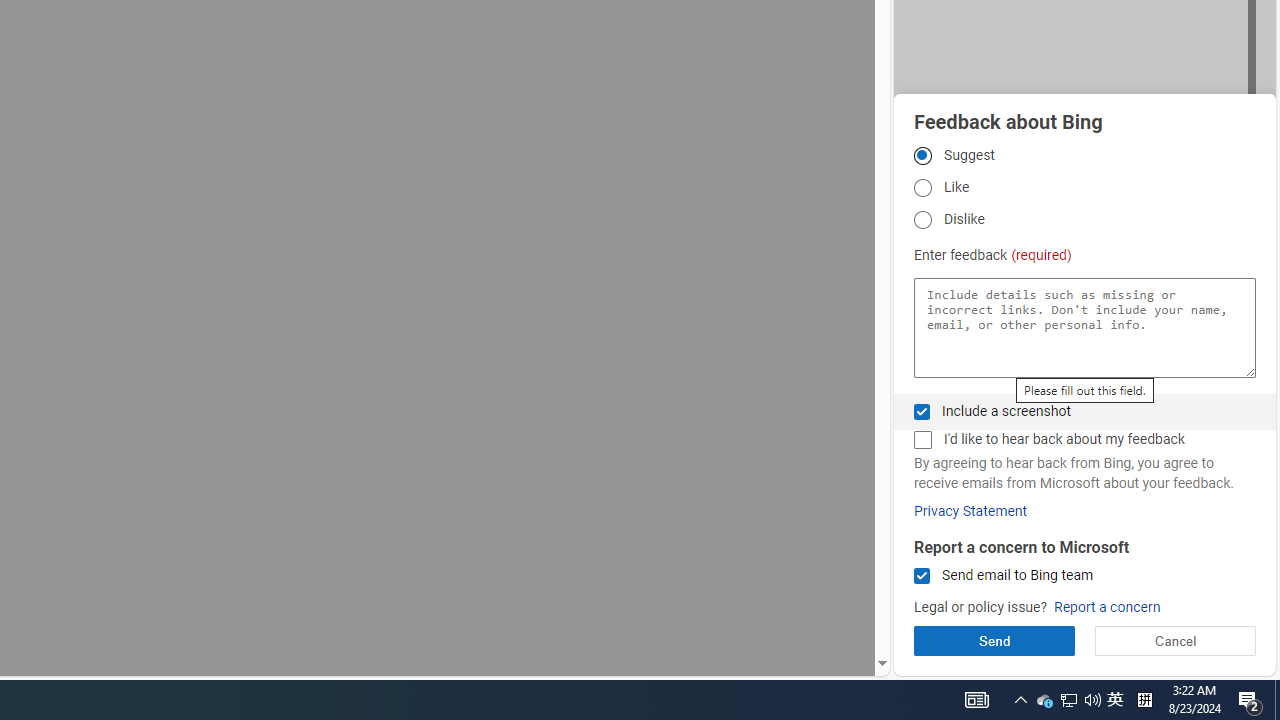 This screenshot has width=1280, height=720. What do you see at coordinates (1175, 640) in the screenshot?
I see `'Cancel'` at bounding box center [1175, 640].